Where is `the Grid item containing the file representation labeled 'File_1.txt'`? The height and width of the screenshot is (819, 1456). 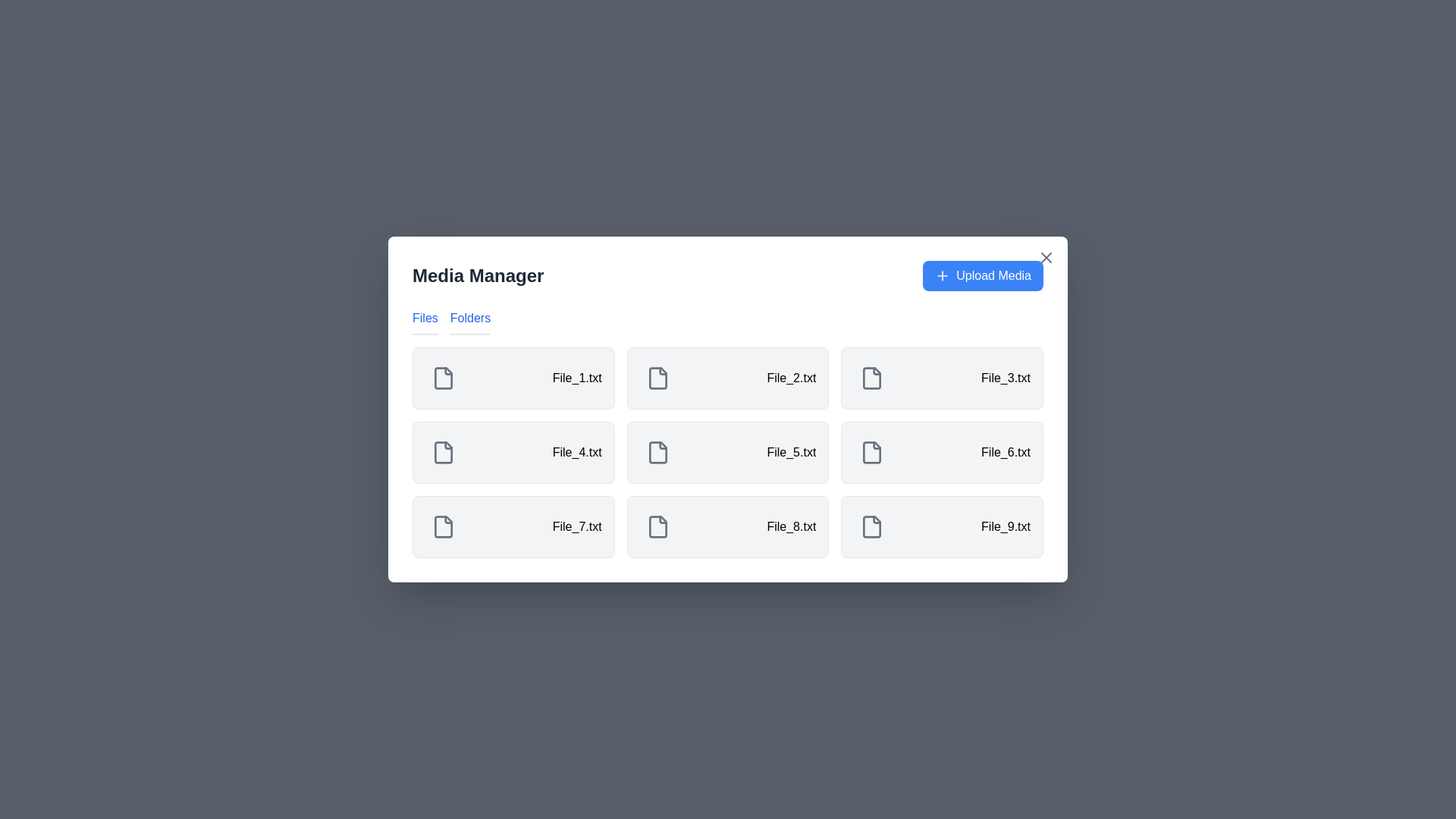 the Grid item containing the file representation labeled 'File_1.txt' is located at coordinates (513, 377).